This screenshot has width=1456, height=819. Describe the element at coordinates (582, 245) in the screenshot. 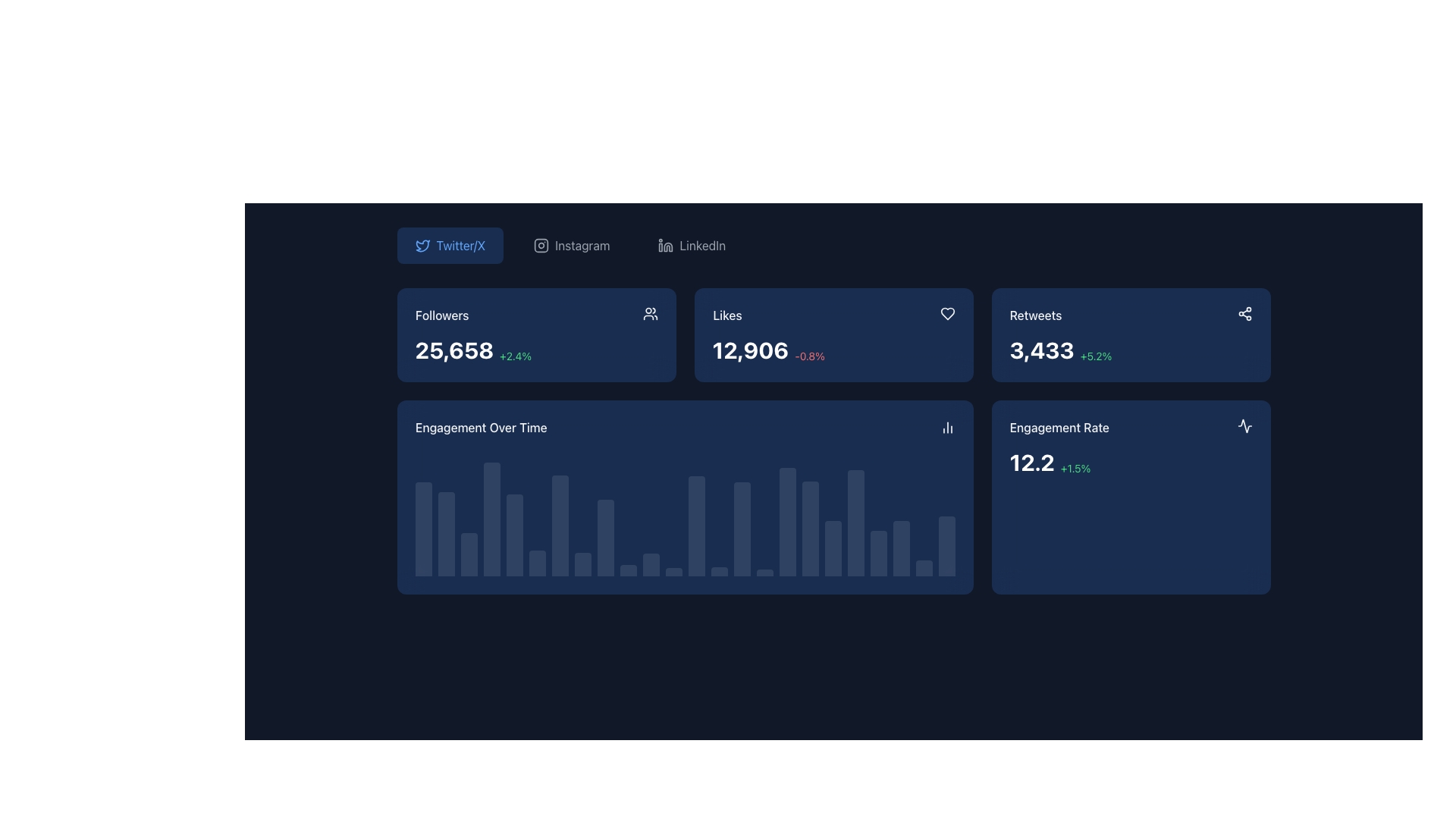

I see `styling or properties of the 'Instagram' text label, which is displayed in a subdued color and is part of the navigation area, located between 'Twitter/X' and 'LinkedIn'` at that location.